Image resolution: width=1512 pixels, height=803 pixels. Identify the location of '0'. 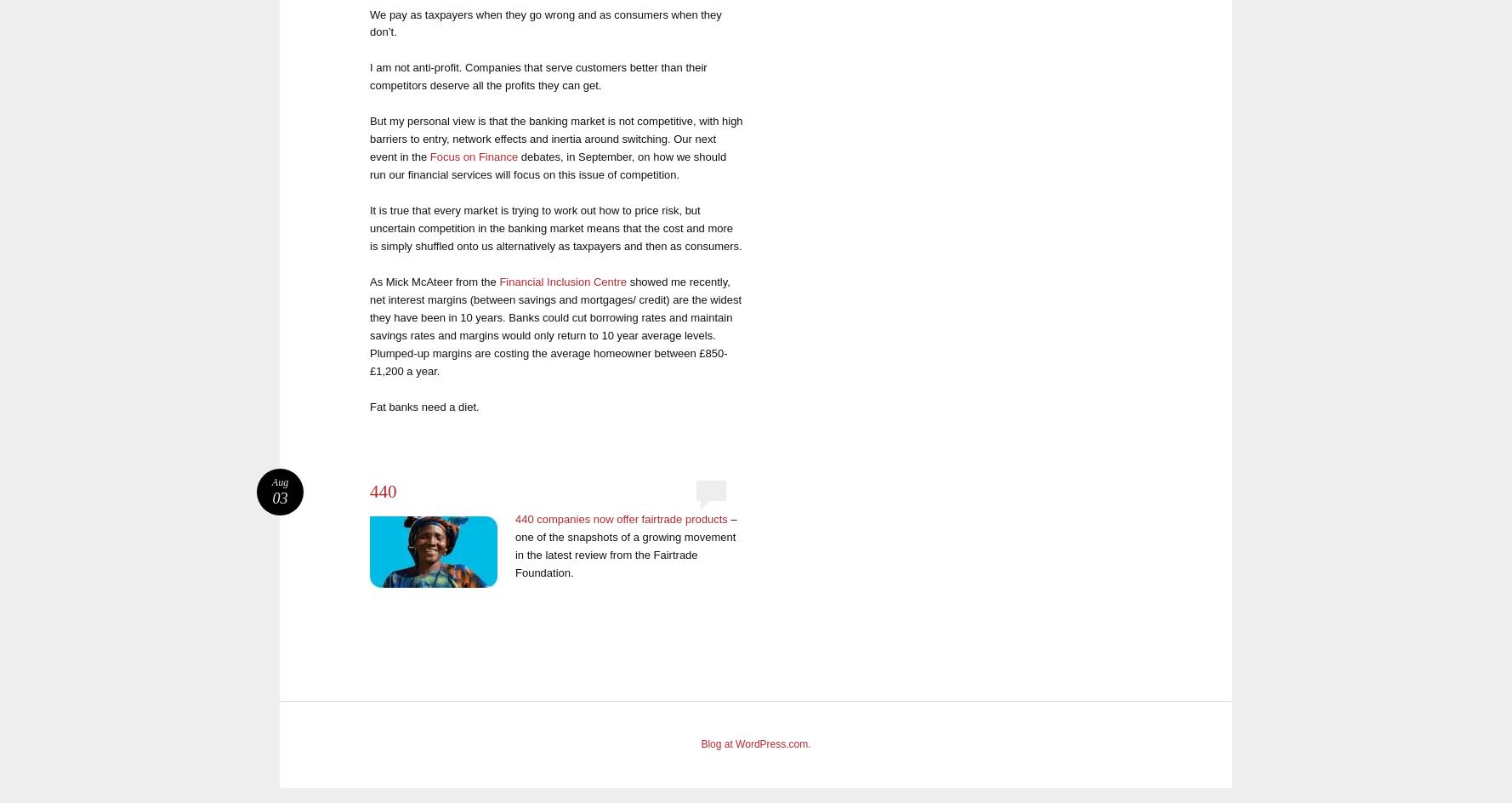
(710, 489).